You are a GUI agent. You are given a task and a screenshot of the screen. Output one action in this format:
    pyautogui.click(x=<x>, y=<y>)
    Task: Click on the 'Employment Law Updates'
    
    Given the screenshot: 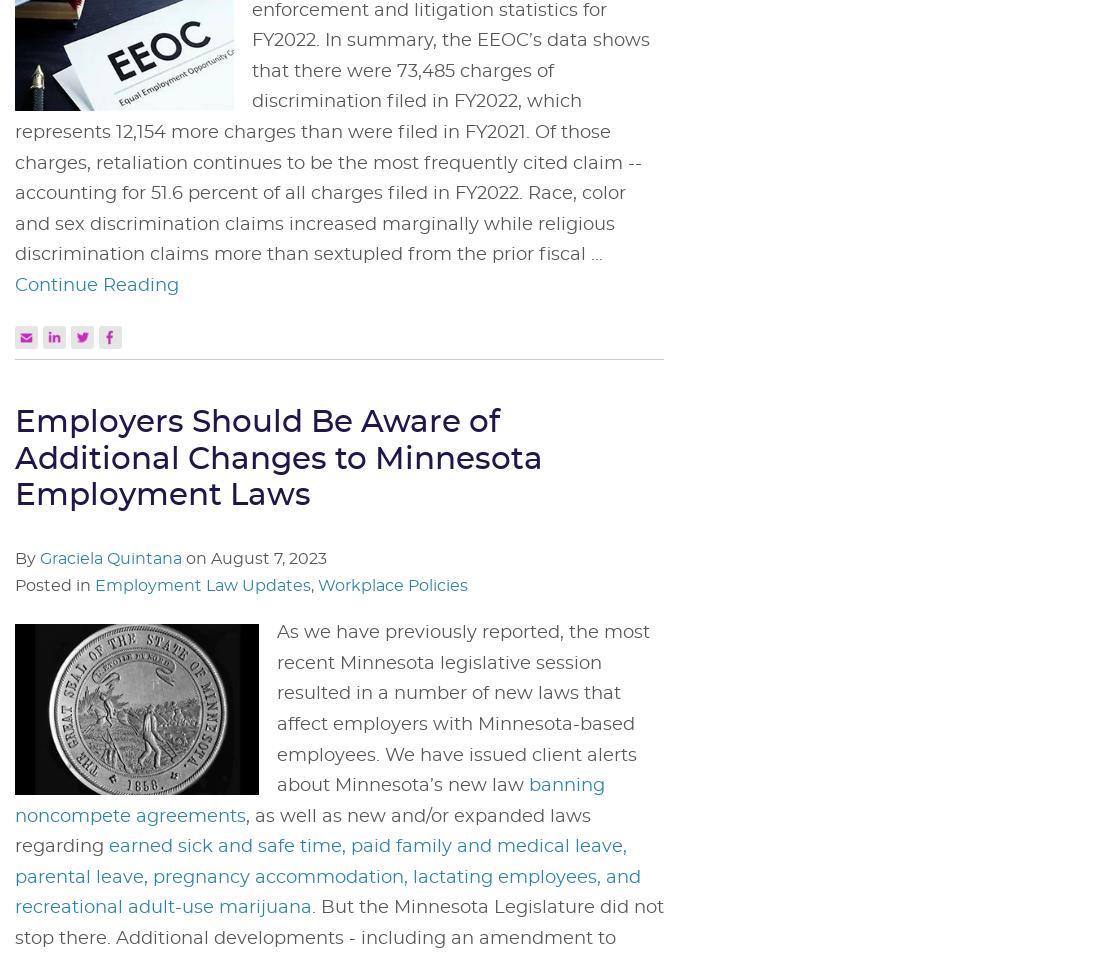 What is the action you would take?
    pyautogui.click(x=201, y=585)
    